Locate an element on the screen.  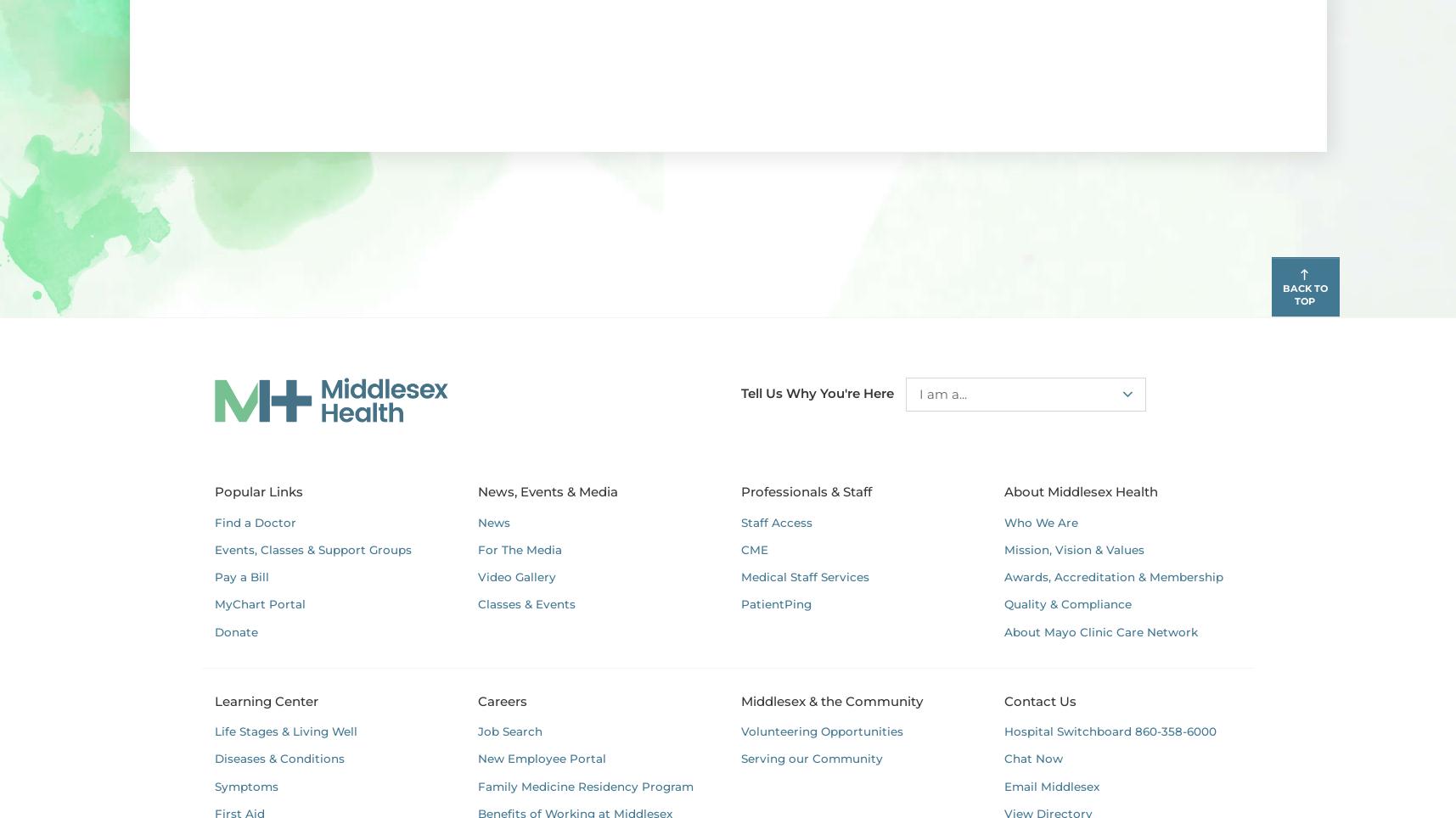
'Diseases & Conditions' is located at coordinates (278, 758).